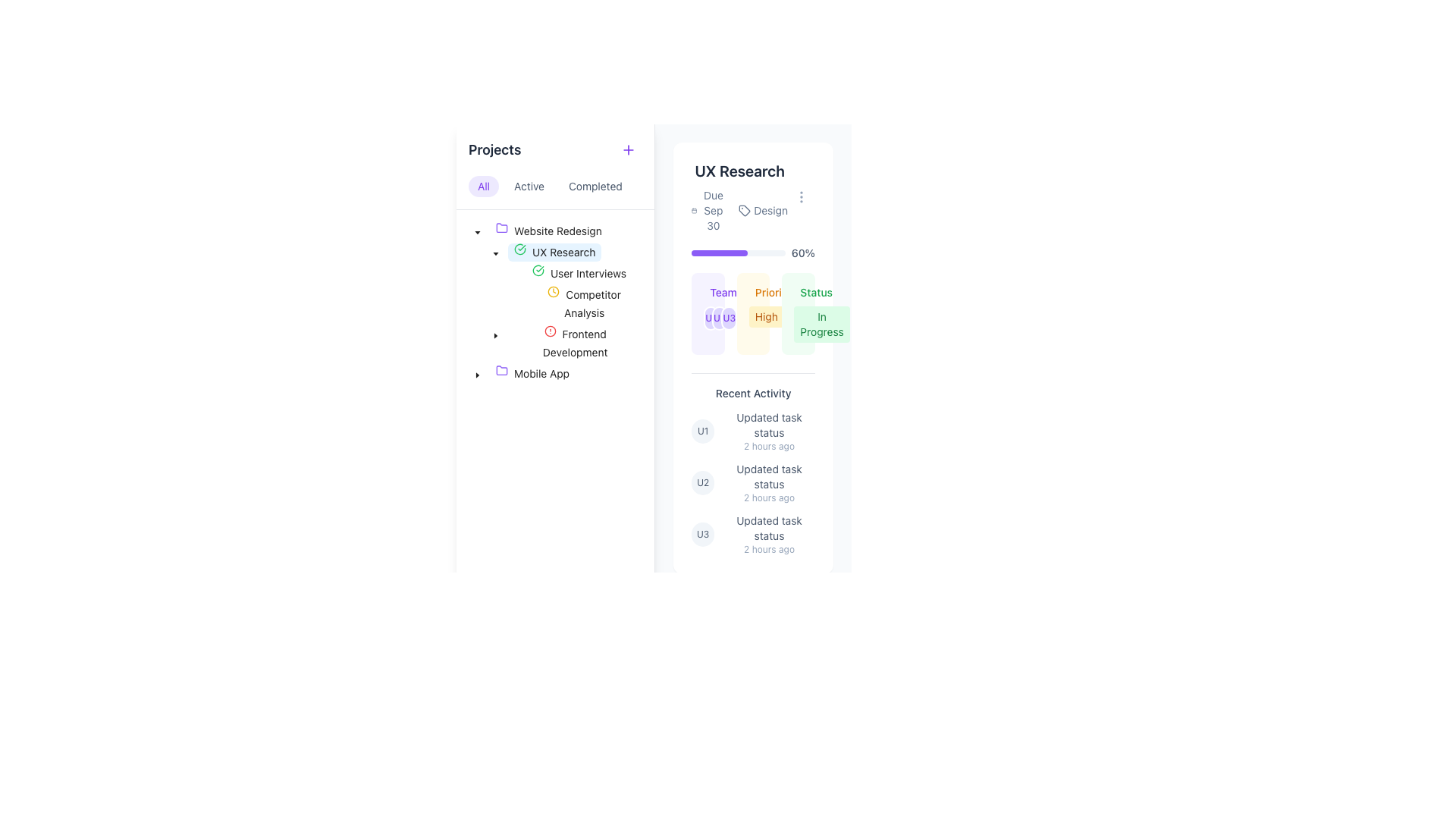 The width and height of the screenshot is (1456, 819). What do you see at coordinates (798, 292) in the screenshot?
I see `the 'Status' text label displayed in green font, located at the top-right corner of the card labeled 'UX Research'` at bounding box center [798, 292].